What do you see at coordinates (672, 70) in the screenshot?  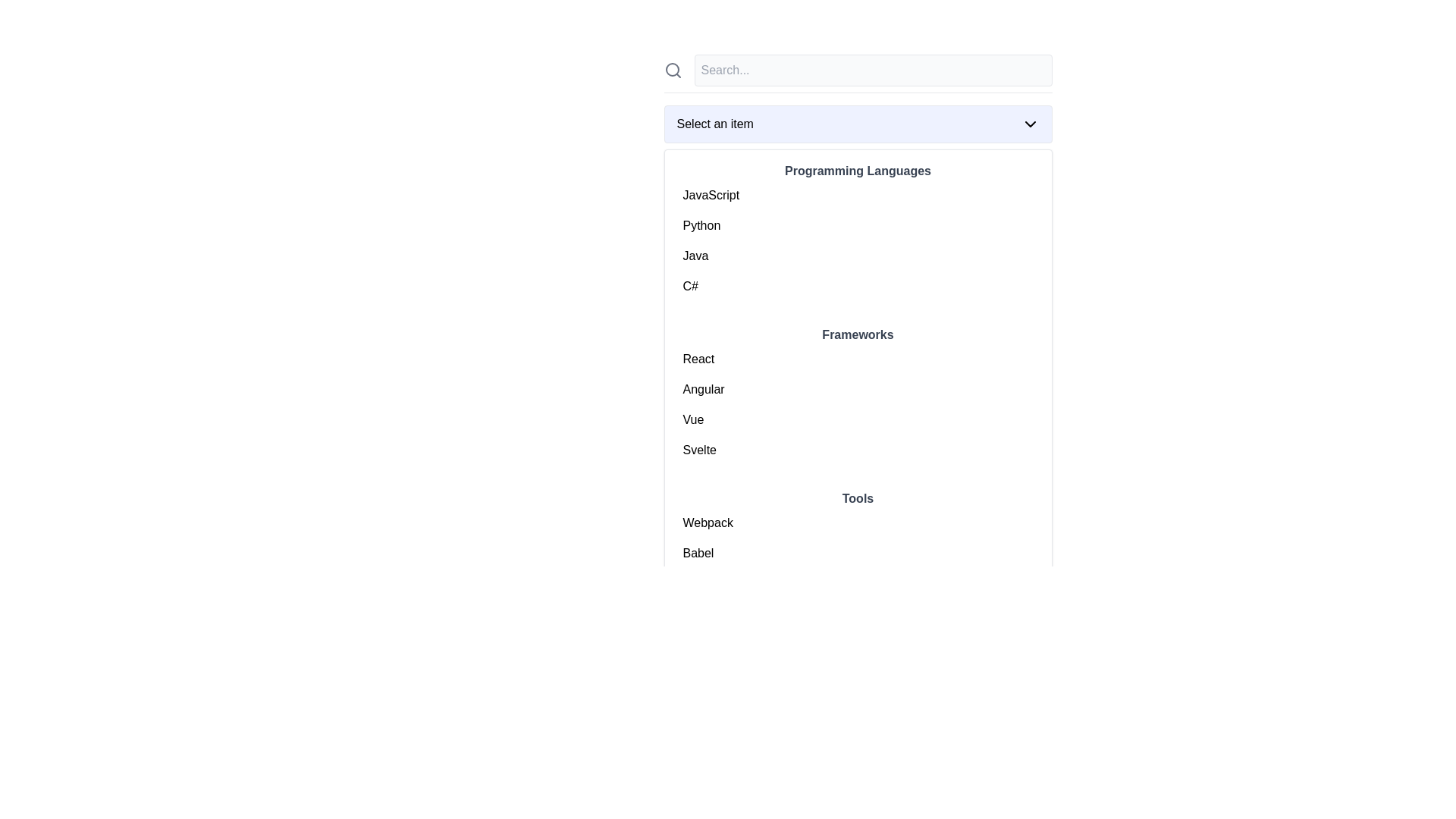 I see `the search icon located at the leftmost side of the search input field` at bounding box center [672, 70].